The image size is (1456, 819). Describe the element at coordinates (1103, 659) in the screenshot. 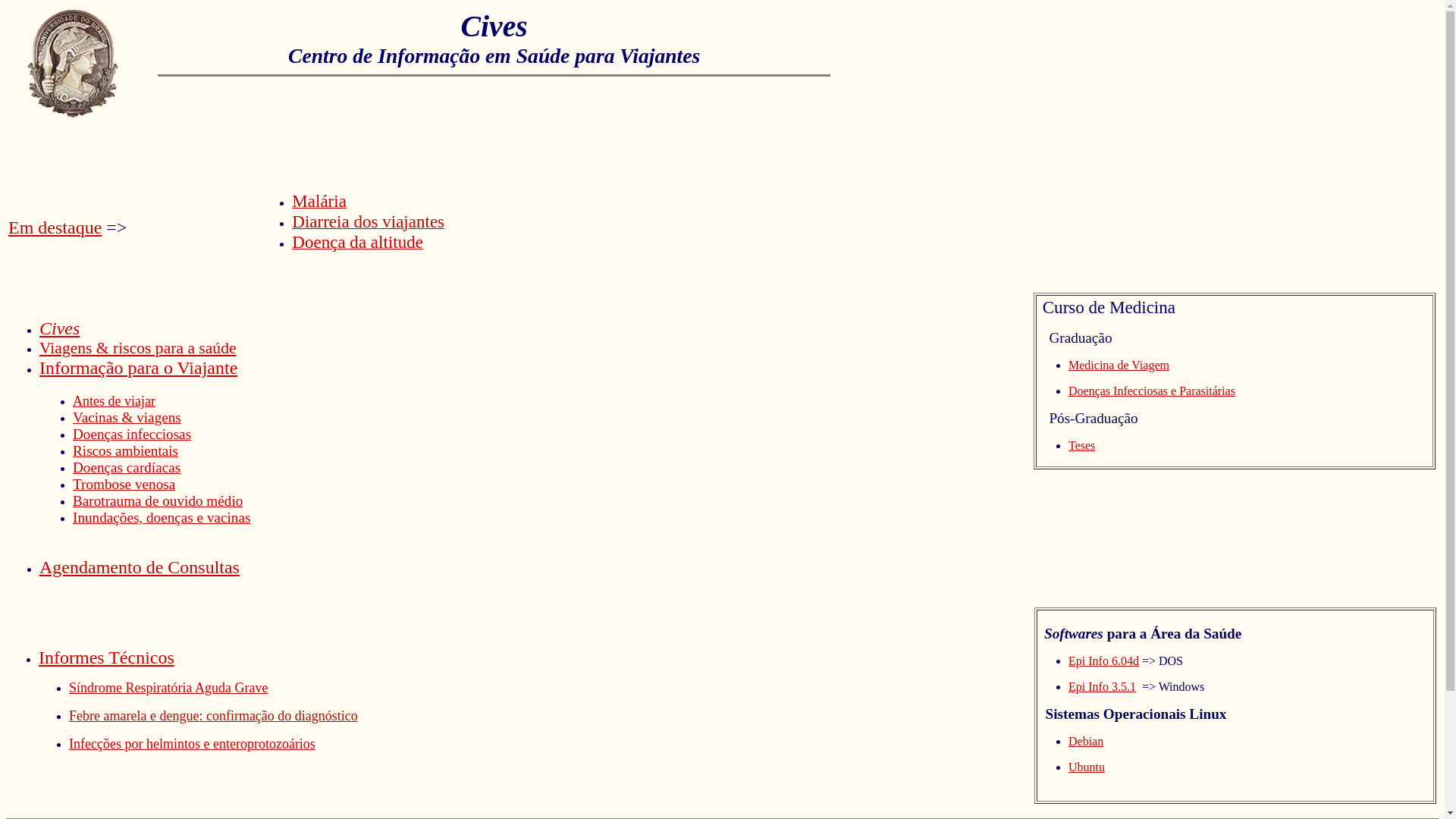

I see `'Epi Info 6.04d'` at that location.